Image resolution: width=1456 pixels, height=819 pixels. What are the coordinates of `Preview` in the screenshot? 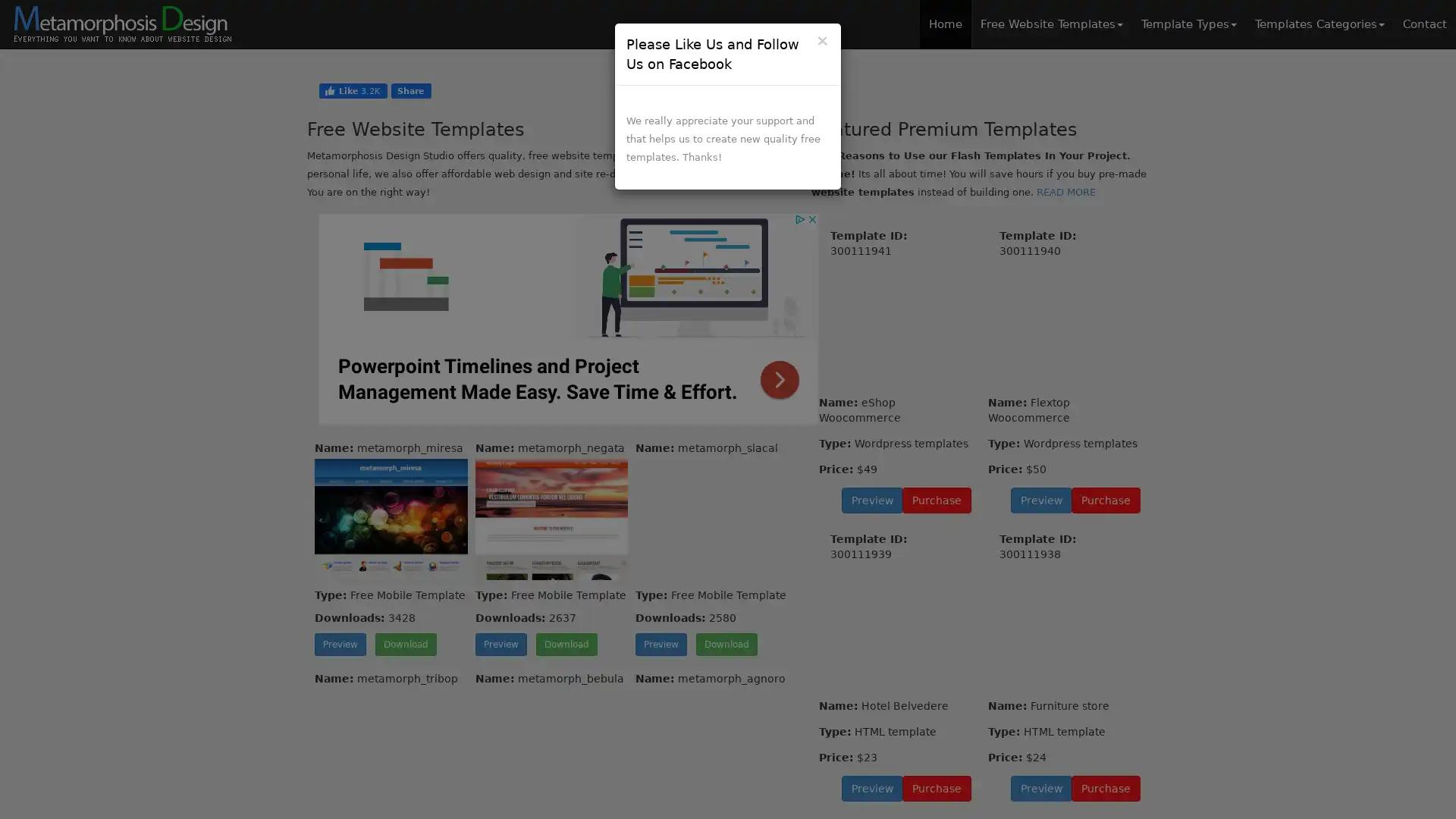 It's located at (1040, 788).